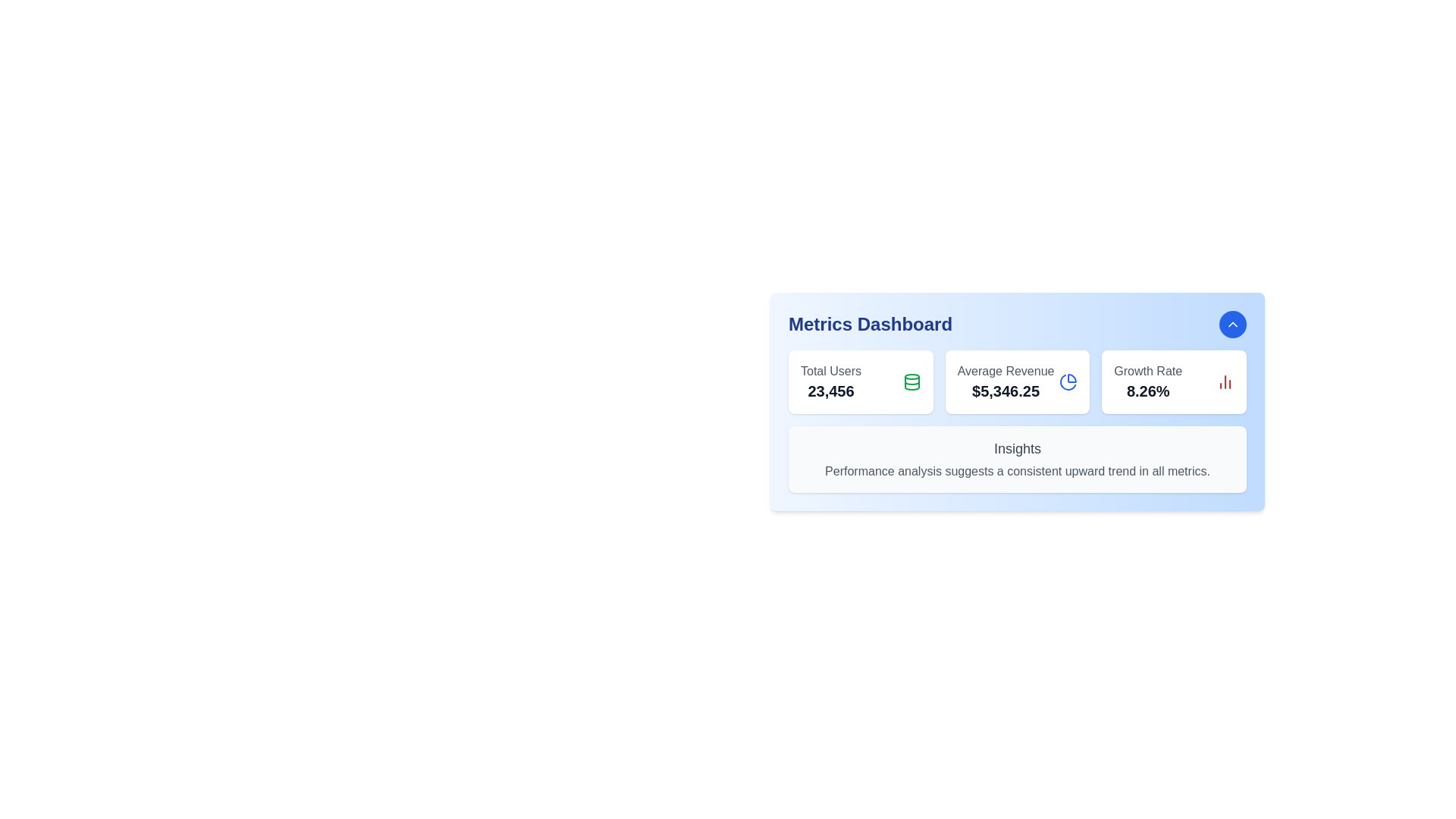 This screenshot has height=819, width=1456. I want to click on the rightmost card in the 'Metrics Dashboard' section that displays the growth rate metric, which includes a percentage and an icon, so click(1173, 381).